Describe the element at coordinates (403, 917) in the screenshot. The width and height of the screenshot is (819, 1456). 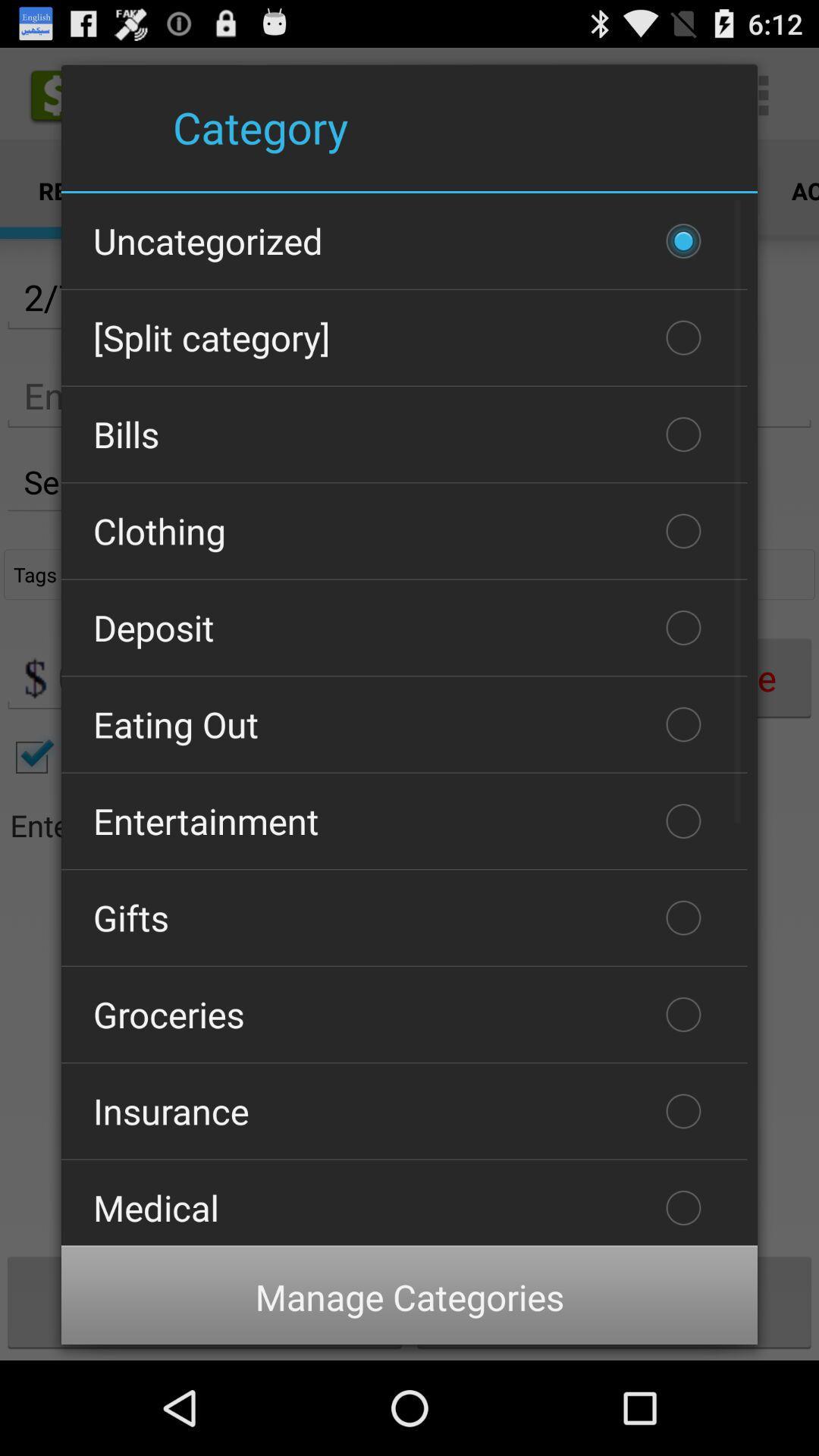
I see `checkbox below entertainment icon` at that location.